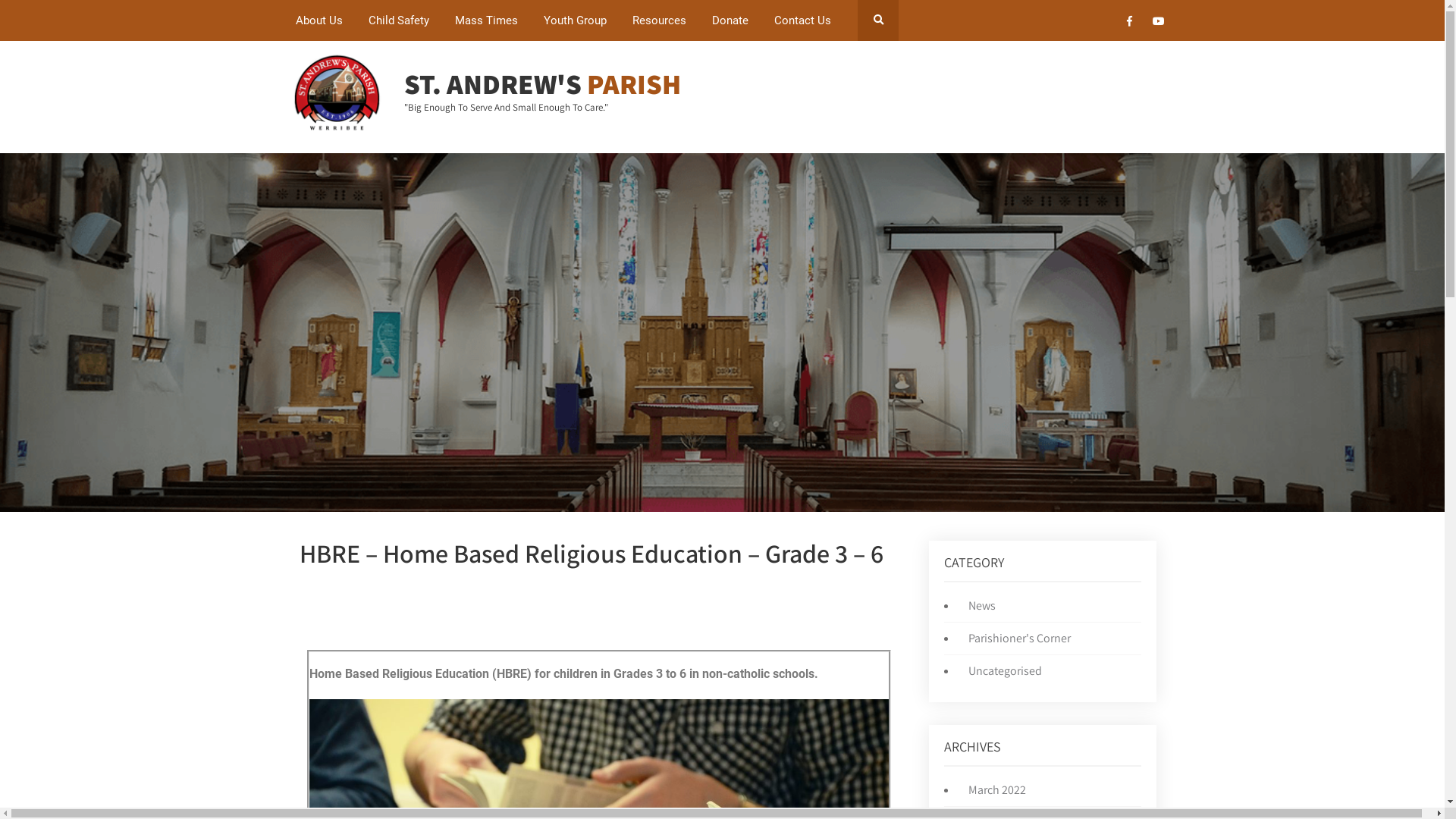 This screenshot has height=819, width=1456. I want to click on 'Contact Us', so click(802, 20).